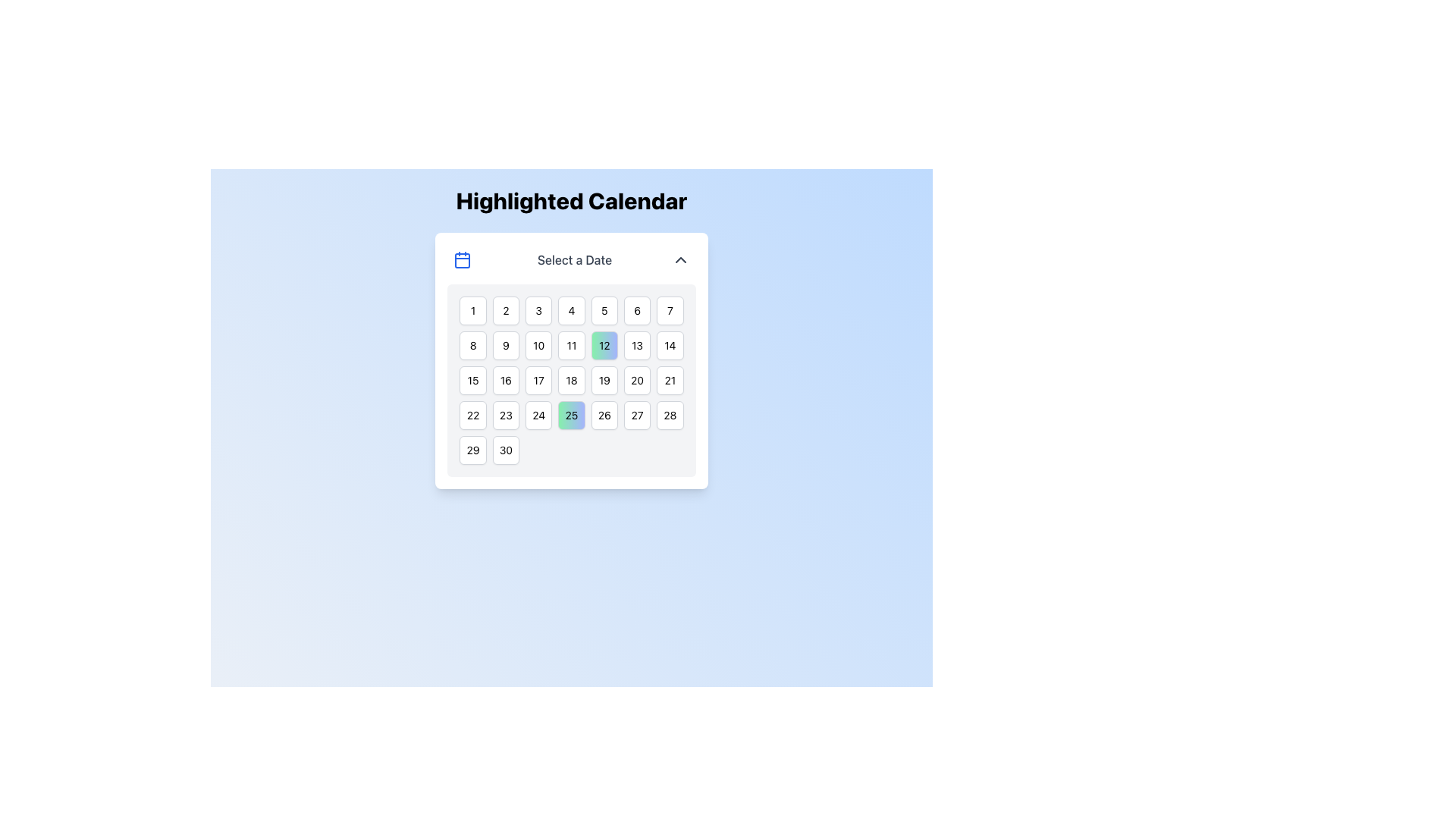  What do you see at coordinates (506, 309) in the screenshot?
I see `the button representing the 2nd day of the month` at bounding box center [506, 309].